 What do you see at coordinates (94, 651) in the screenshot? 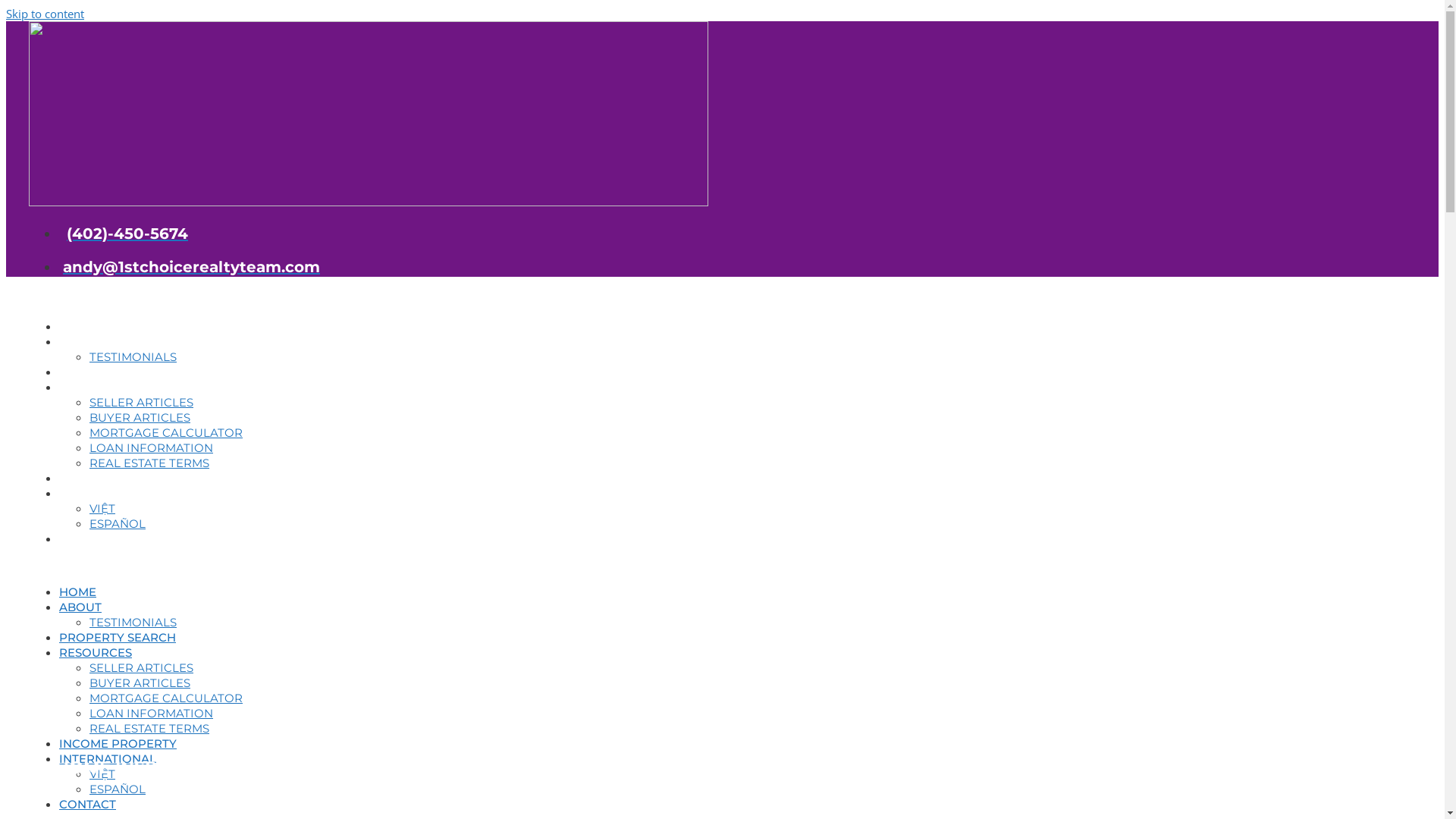
I see `'RESOURCES'` at bounding box center [94, 651].